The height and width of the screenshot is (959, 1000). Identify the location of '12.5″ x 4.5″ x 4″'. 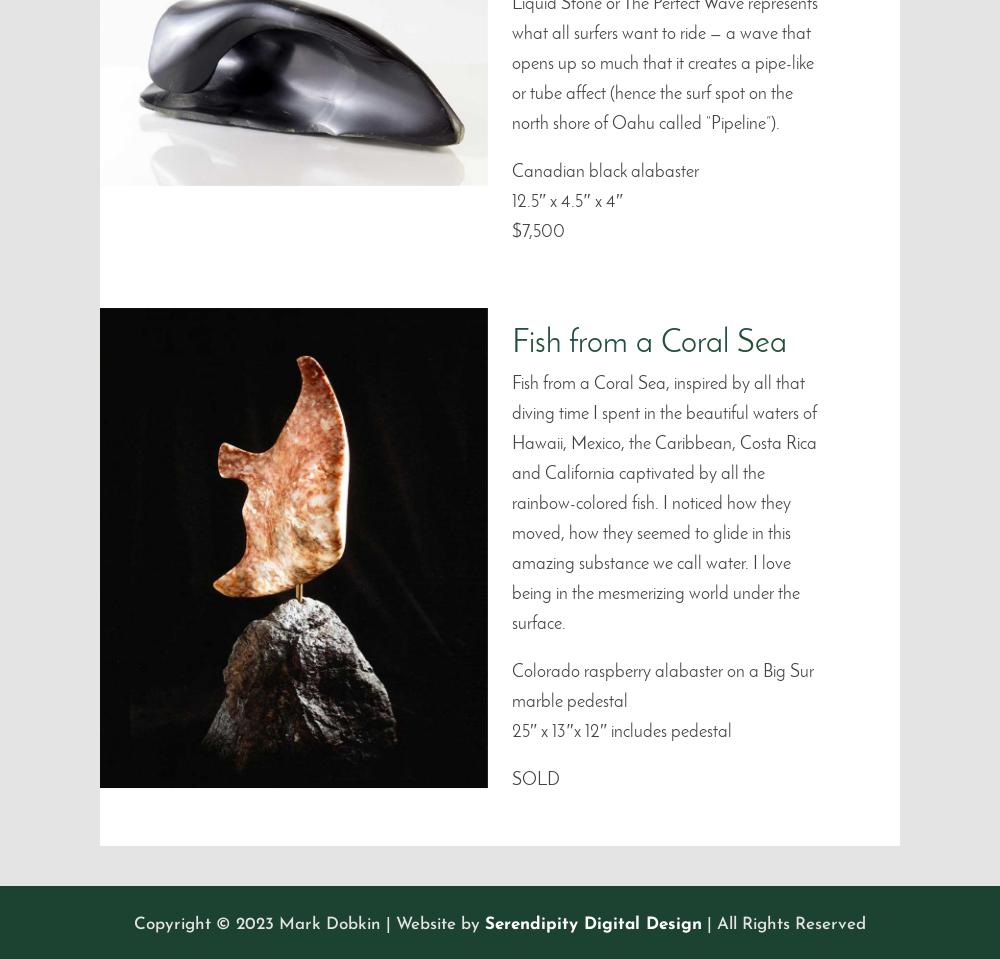
(566, 200).